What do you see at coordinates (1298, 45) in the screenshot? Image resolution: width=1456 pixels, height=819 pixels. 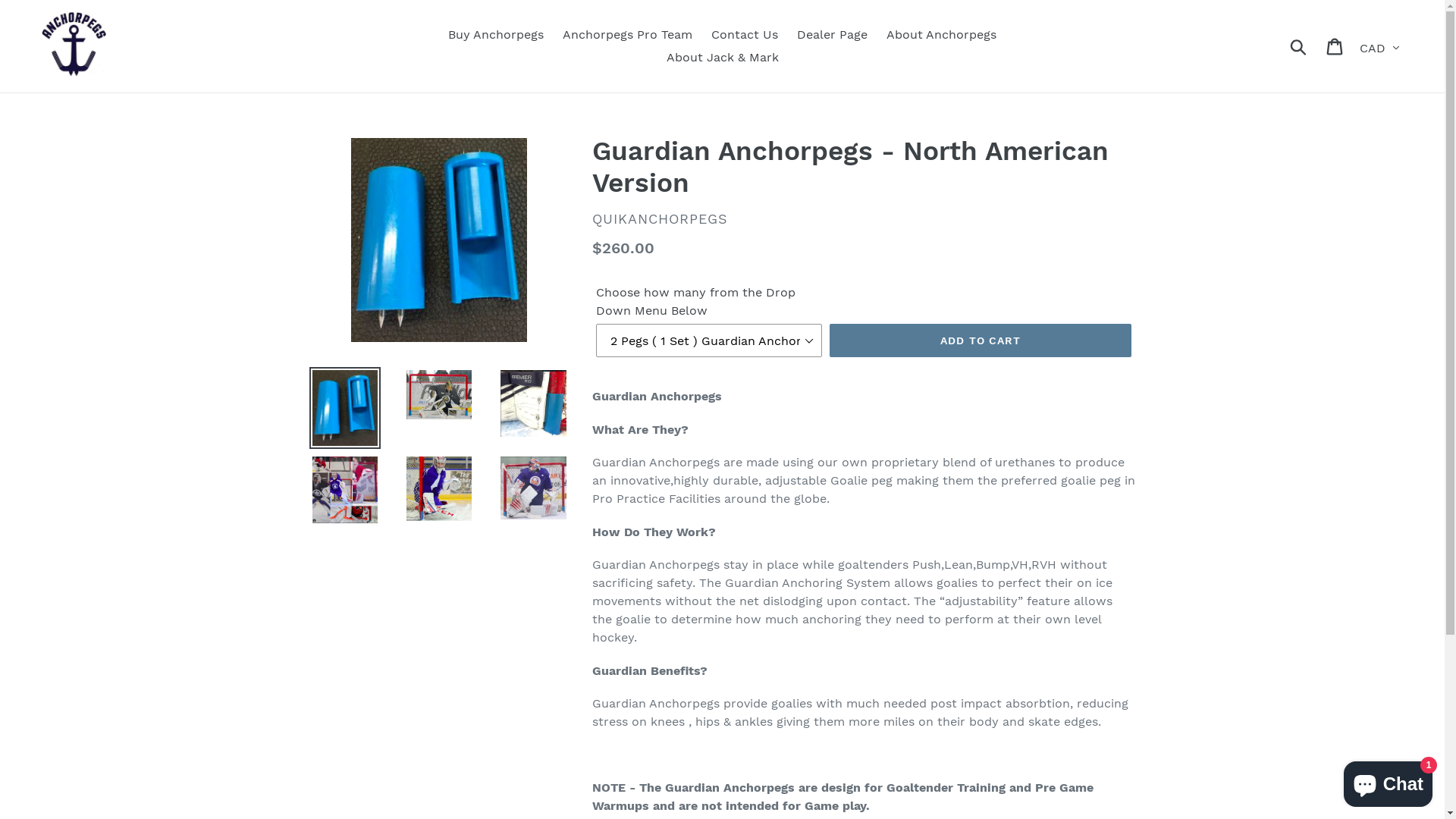 I see `'Submit'` at bounding box center [1298, 45].